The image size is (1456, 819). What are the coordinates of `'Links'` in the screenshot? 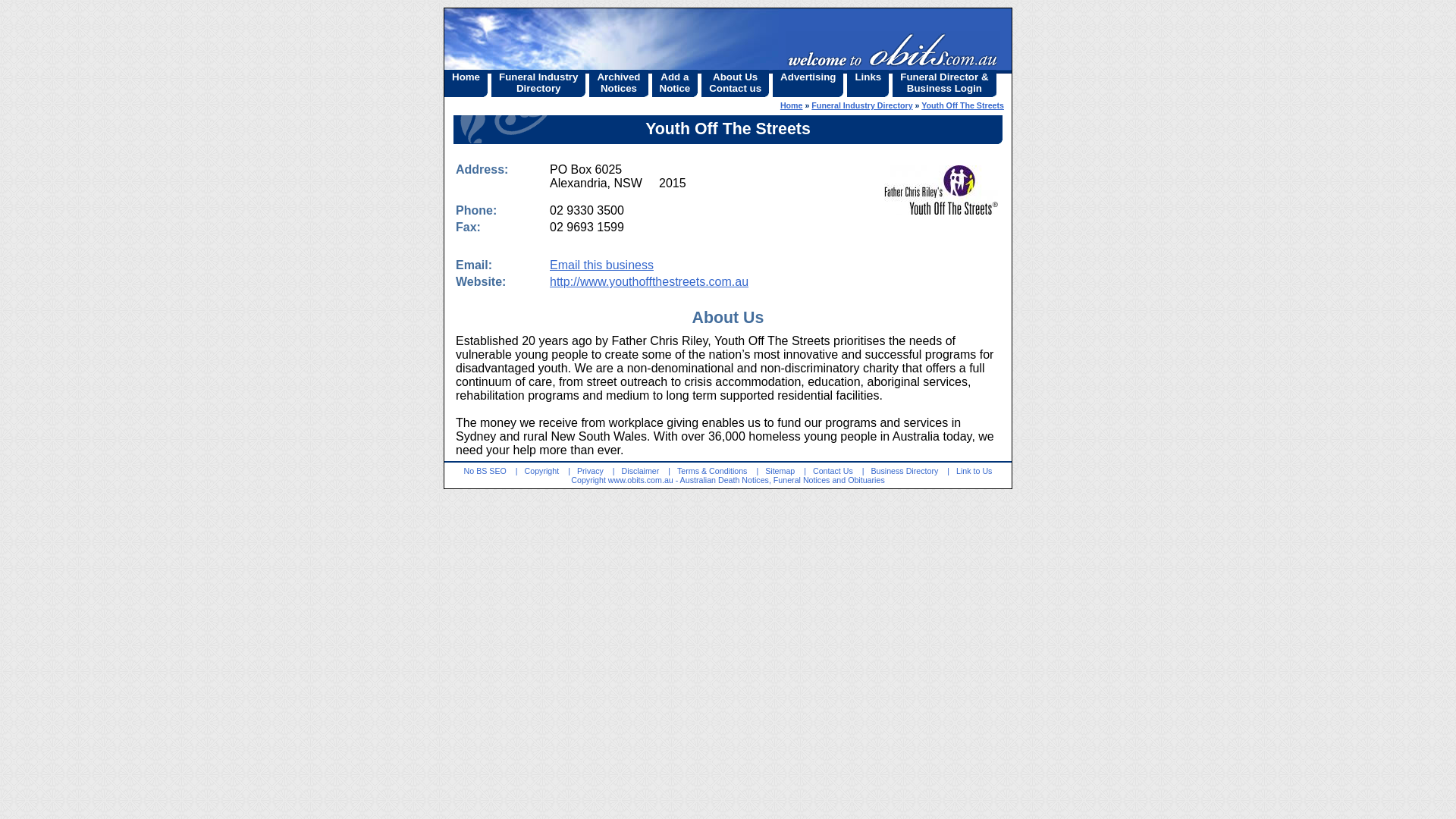 It's located at (846, 83).